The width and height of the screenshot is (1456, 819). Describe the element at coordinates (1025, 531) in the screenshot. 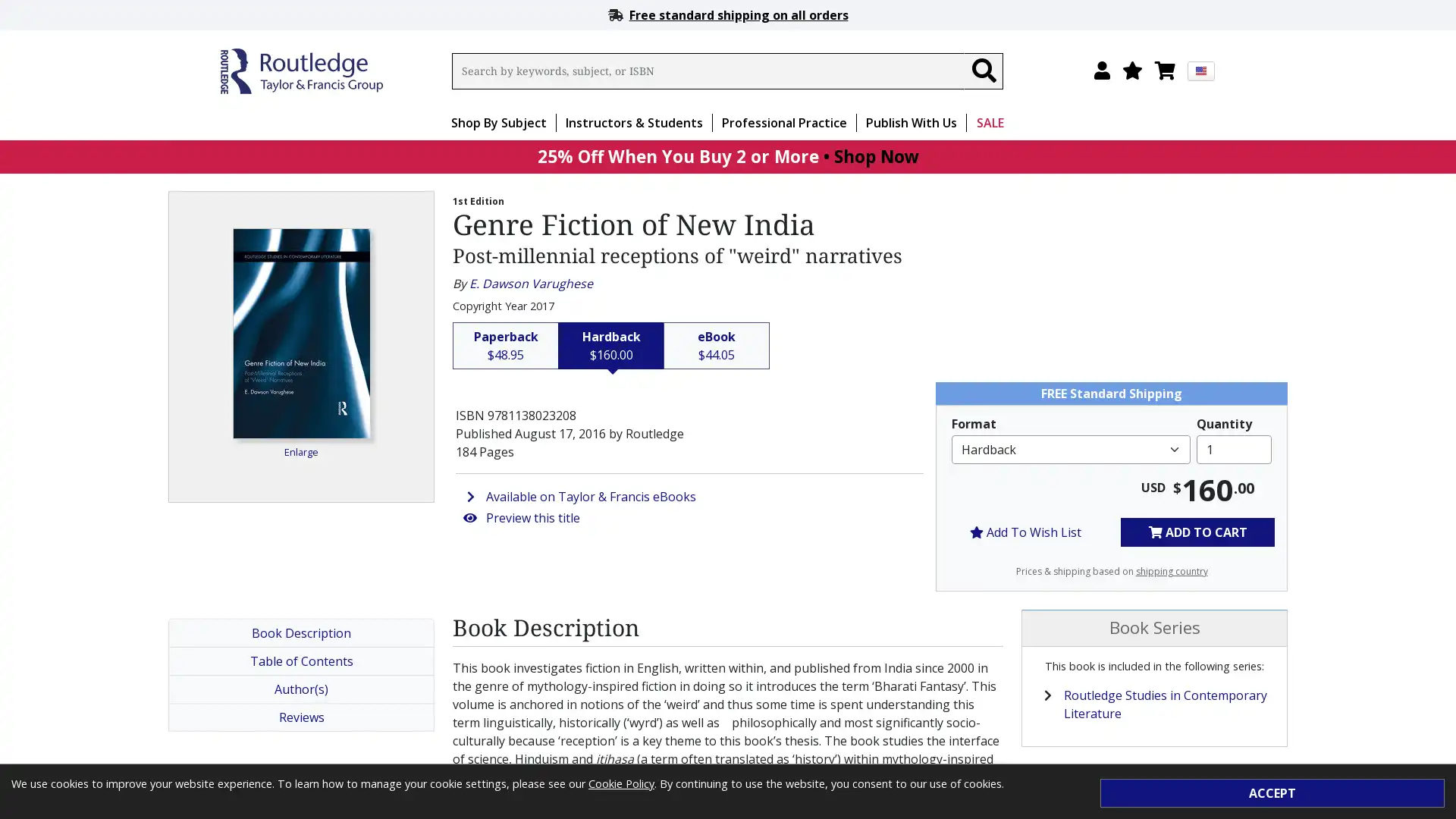

I see `Add To Wish List` at that location.